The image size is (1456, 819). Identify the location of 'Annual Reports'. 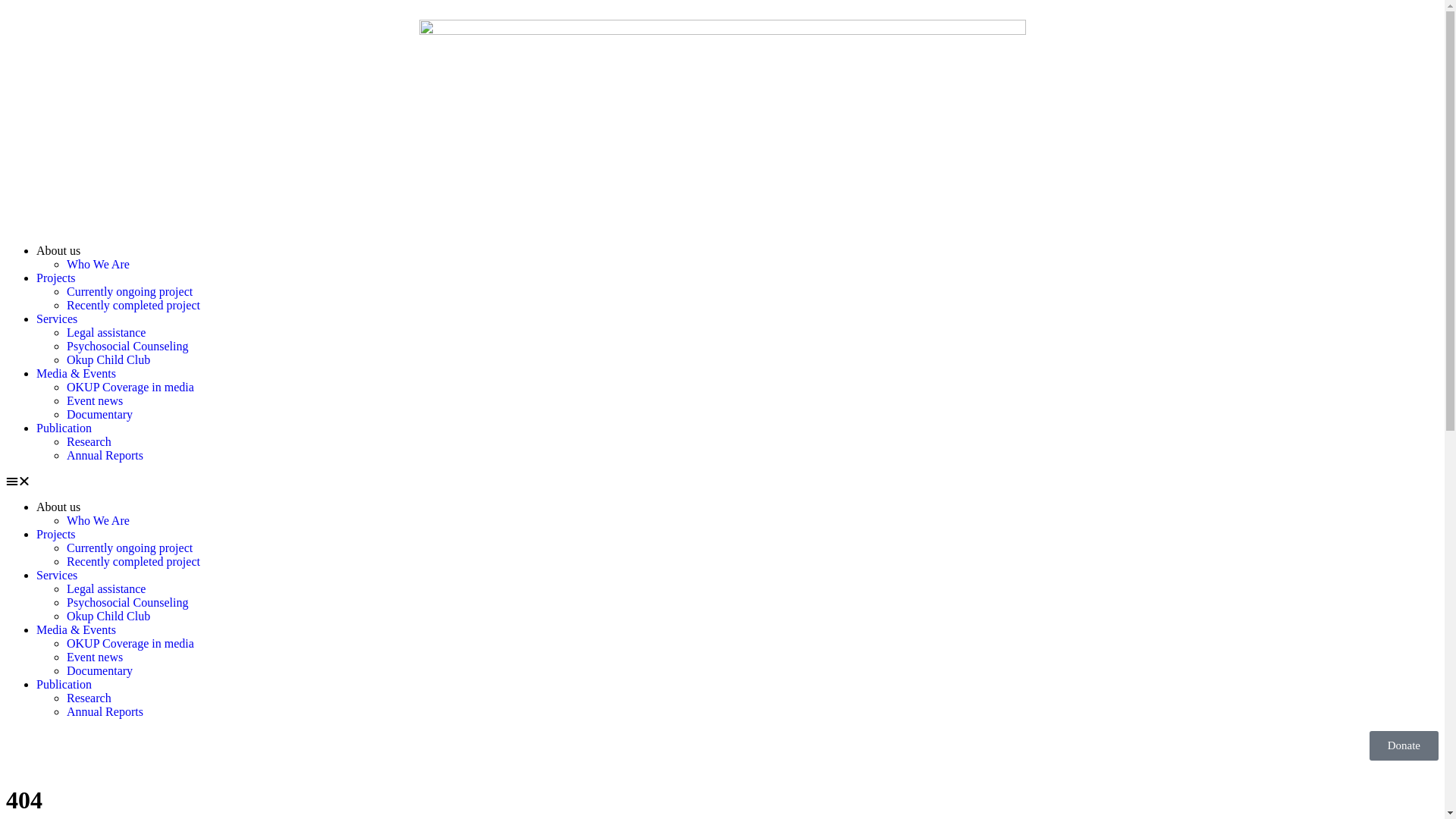
(65, 454).